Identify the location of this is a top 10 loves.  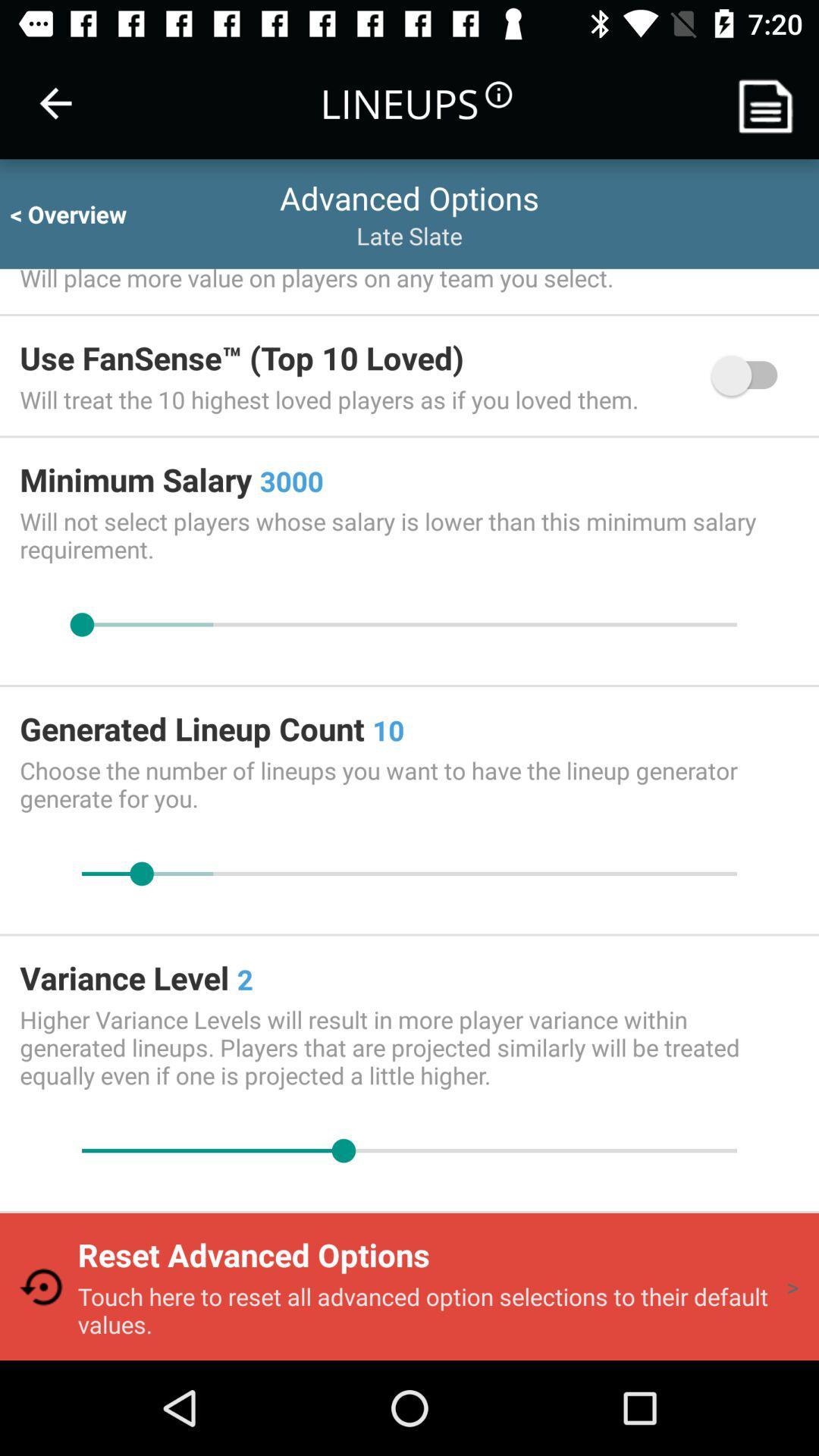
(752, 375).